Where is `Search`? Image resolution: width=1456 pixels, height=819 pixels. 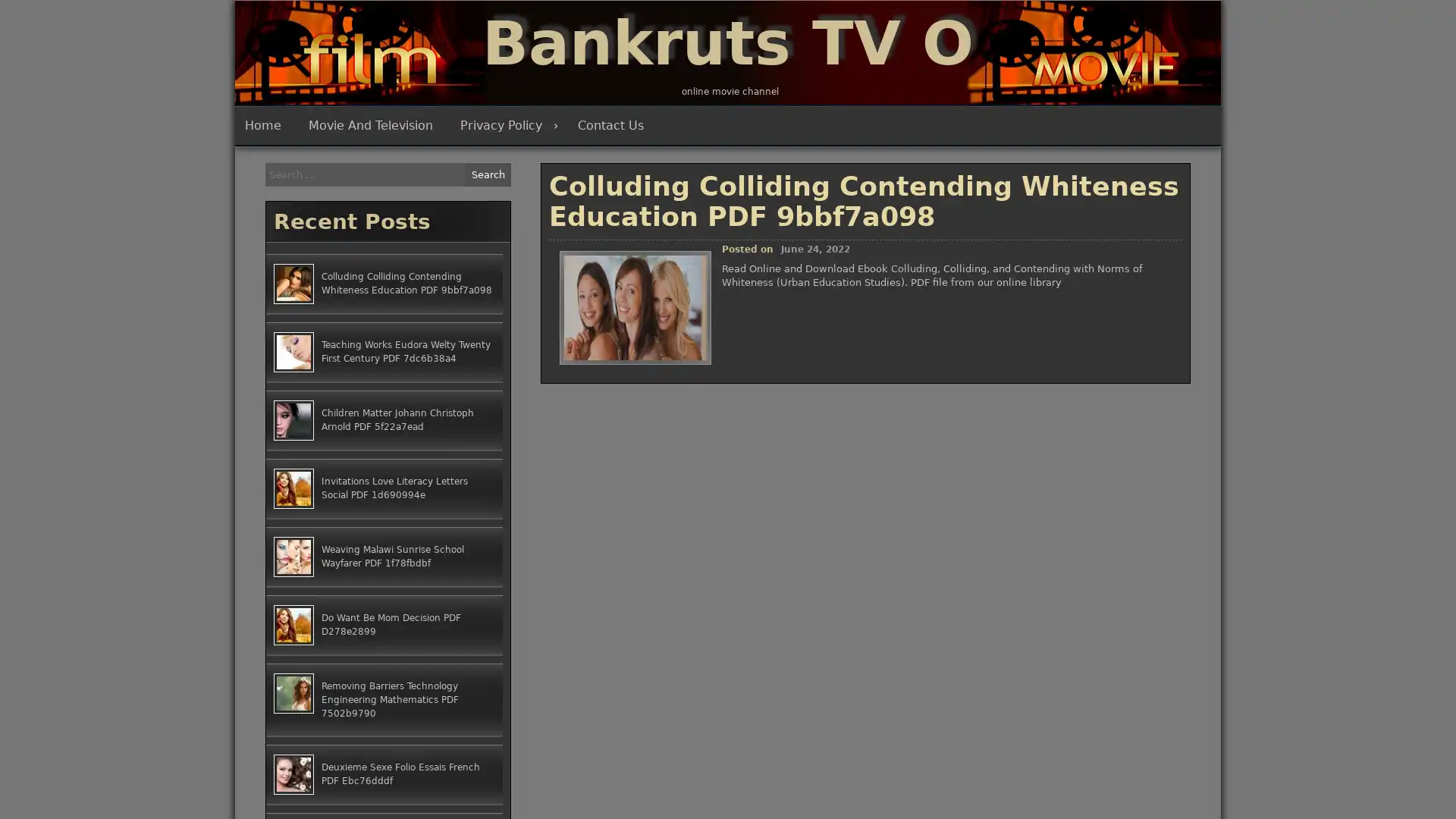 Search is located at coordinates (488, 174).